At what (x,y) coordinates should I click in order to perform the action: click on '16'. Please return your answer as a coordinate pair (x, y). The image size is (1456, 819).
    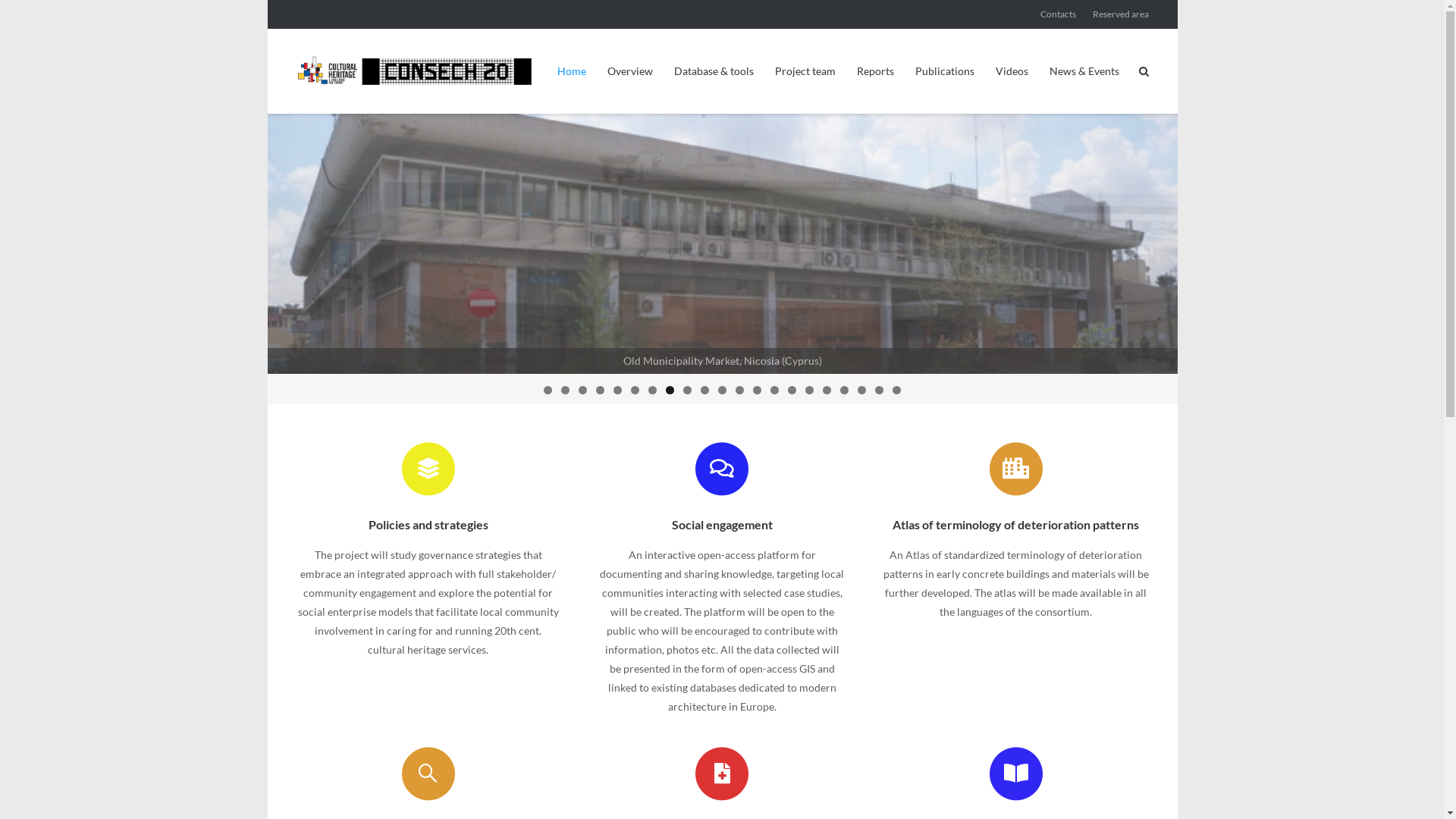
    Looking at the image, I should click on (808, 389).